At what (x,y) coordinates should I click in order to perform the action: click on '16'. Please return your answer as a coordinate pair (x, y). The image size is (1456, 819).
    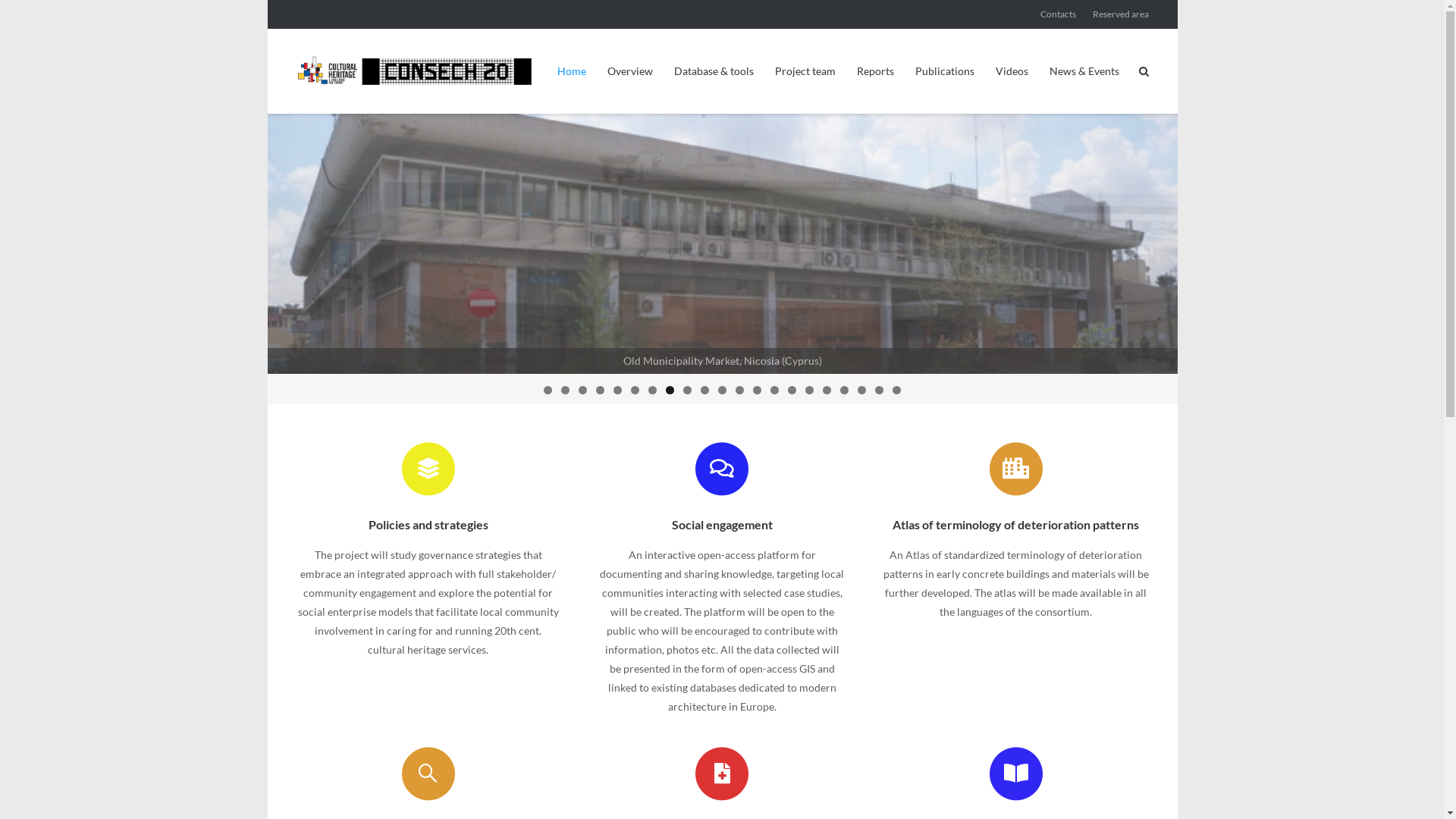
    Looking at the image, I should click on (808, 389).